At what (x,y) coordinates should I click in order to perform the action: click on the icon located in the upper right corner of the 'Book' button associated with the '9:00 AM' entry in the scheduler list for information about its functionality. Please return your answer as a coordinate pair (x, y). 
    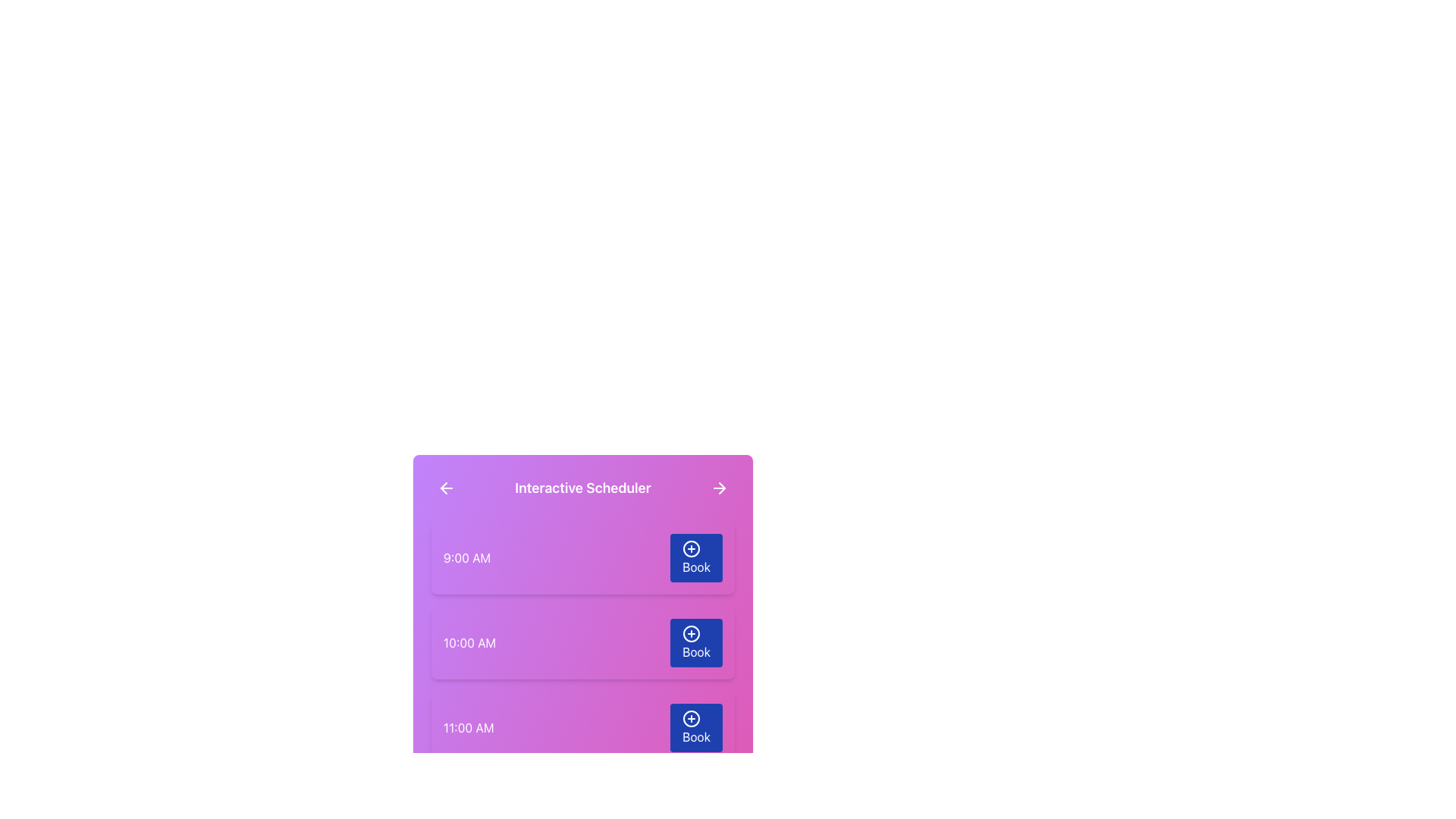
    Looking at the image, I should click on (691, 549).